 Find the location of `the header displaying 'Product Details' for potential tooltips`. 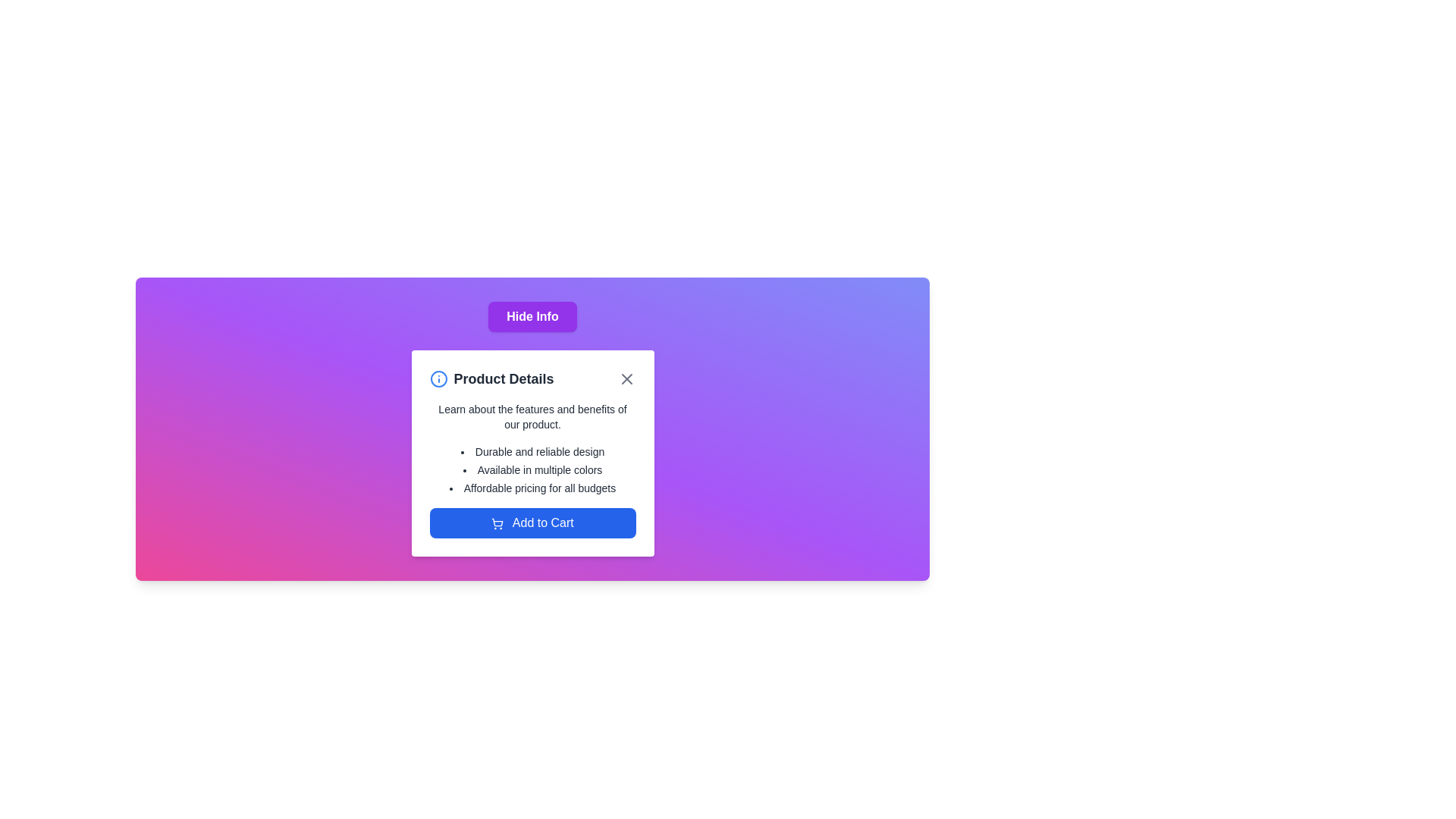

the header displaying 'Product Details' for potential tooltips is located at coordinates (532, 378).